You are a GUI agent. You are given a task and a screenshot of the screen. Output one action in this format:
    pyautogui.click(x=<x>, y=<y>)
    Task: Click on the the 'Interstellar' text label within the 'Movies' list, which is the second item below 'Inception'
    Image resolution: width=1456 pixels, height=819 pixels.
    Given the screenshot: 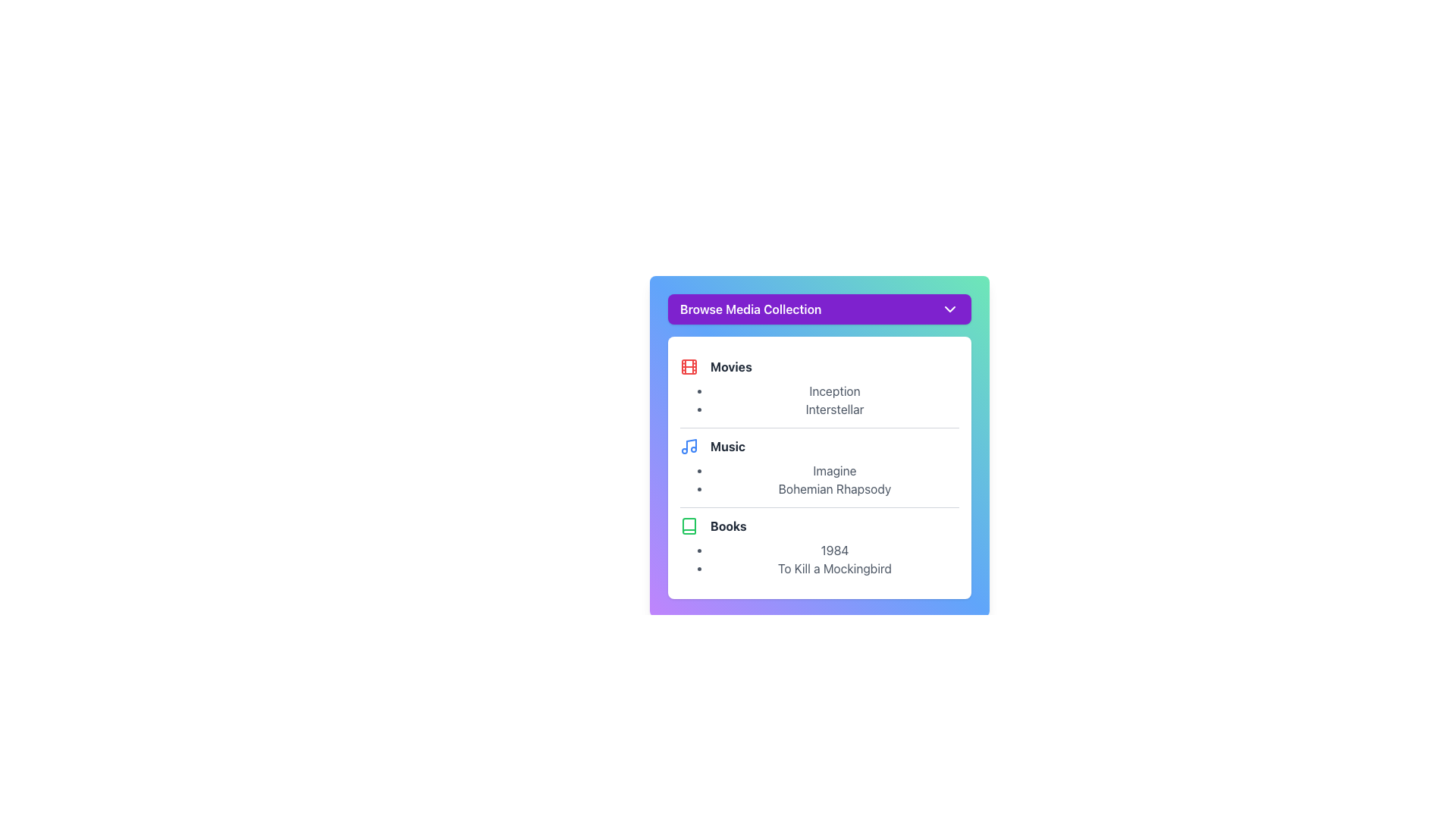 What is the action you would take?
    pyautogui.click(x=833, y=409)
    